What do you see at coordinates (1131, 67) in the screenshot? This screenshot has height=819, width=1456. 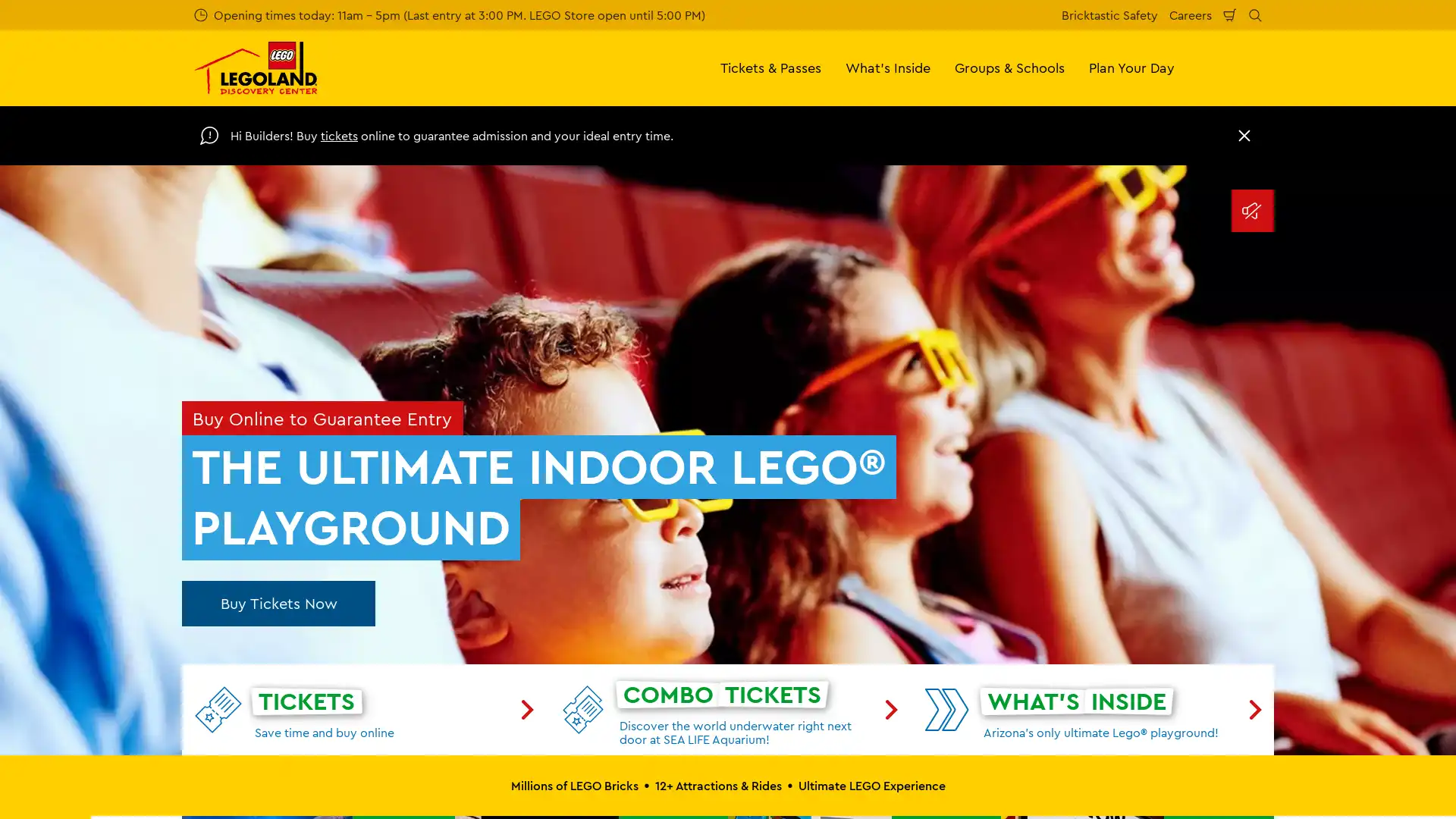 I see `Plan Your Day` at bounding box center [1131, 67].